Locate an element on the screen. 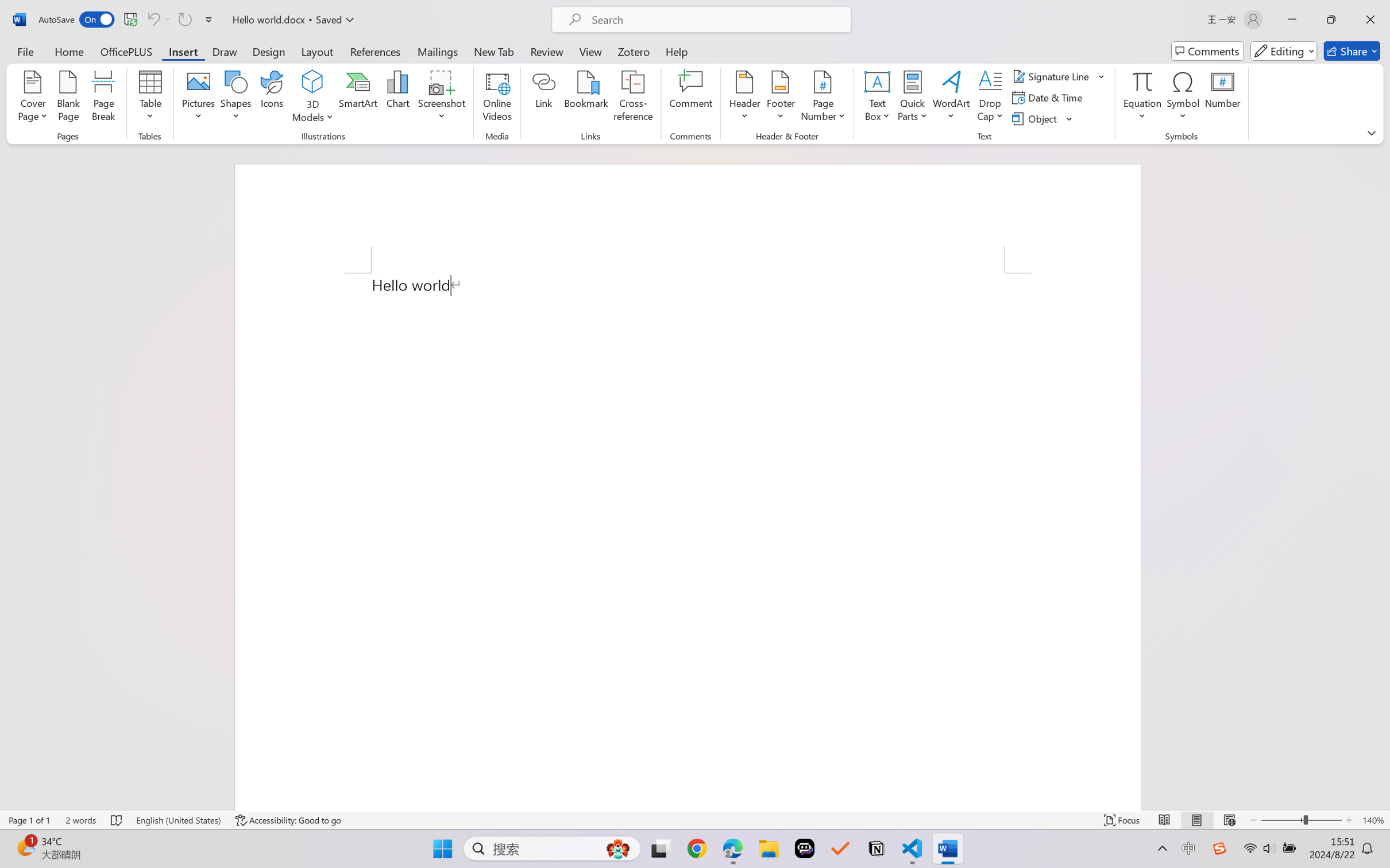 This screenshot has width=1390, height=868. 'Design' is located at coordinates (268, 51).